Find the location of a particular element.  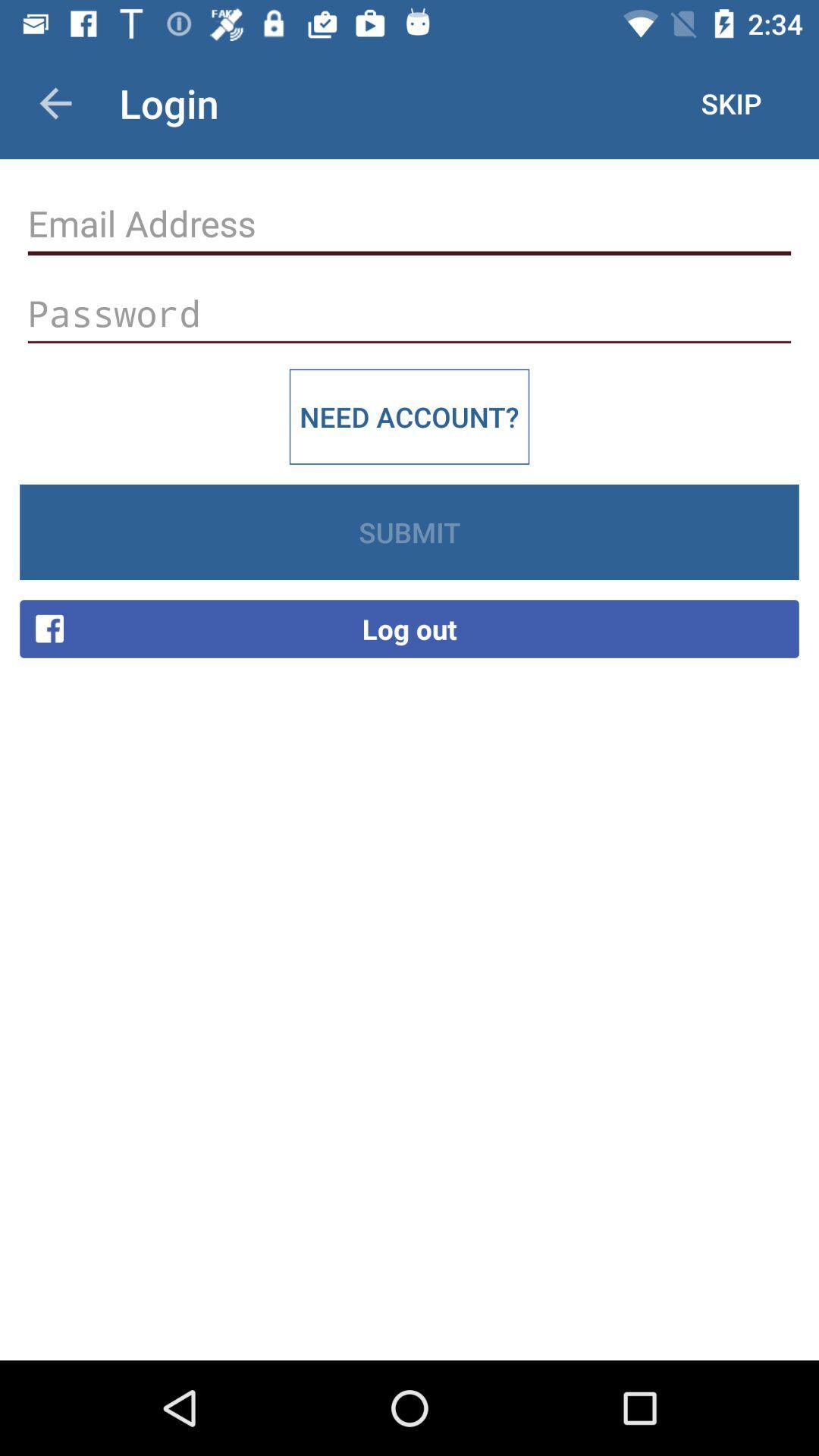

app to the left of the login item is located at coordinates (55, 102).